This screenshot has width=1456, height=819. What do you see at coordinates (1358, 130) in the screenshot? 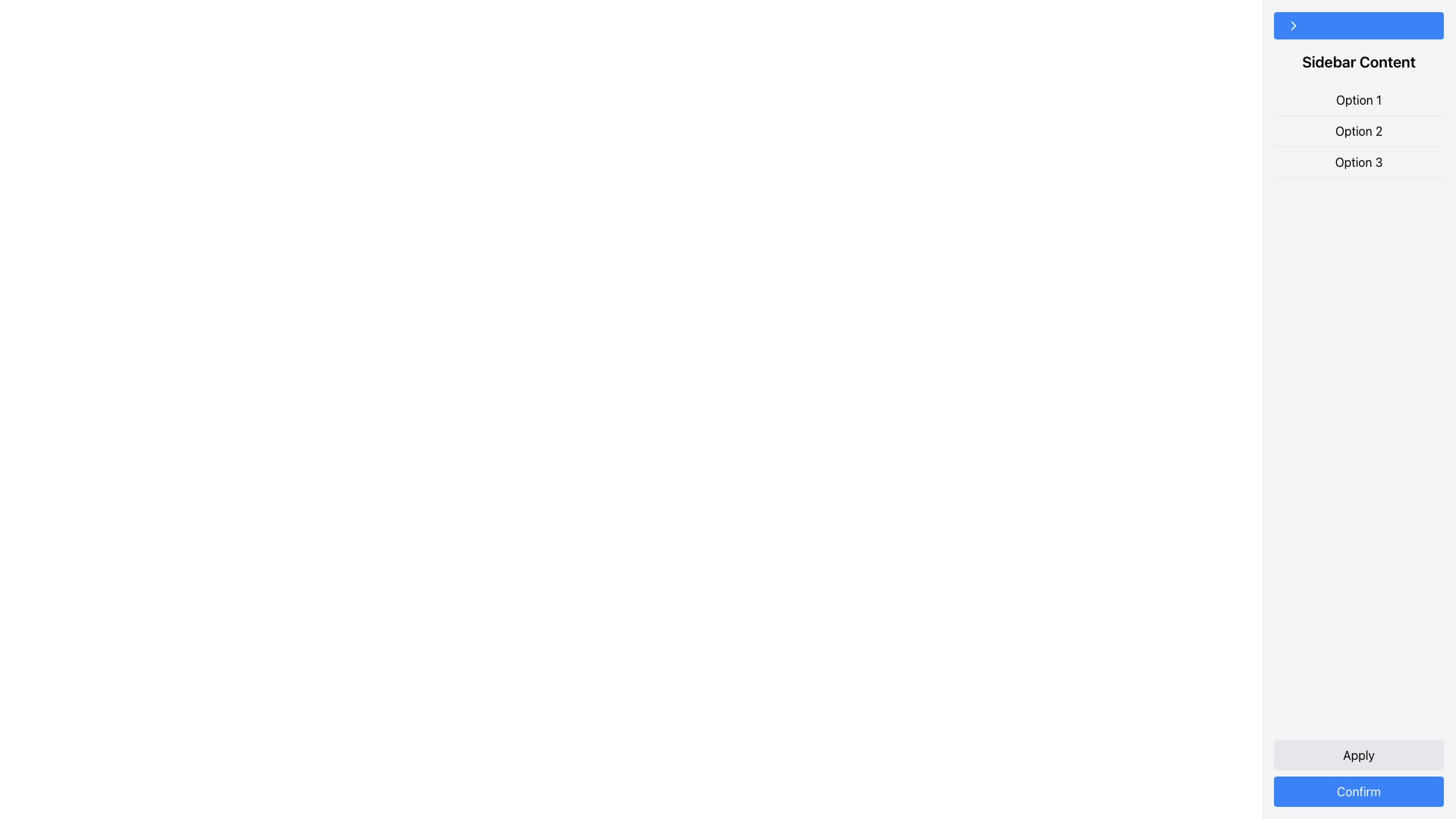
I see `the list of selectable options located` at bounding box center [1358, 130].